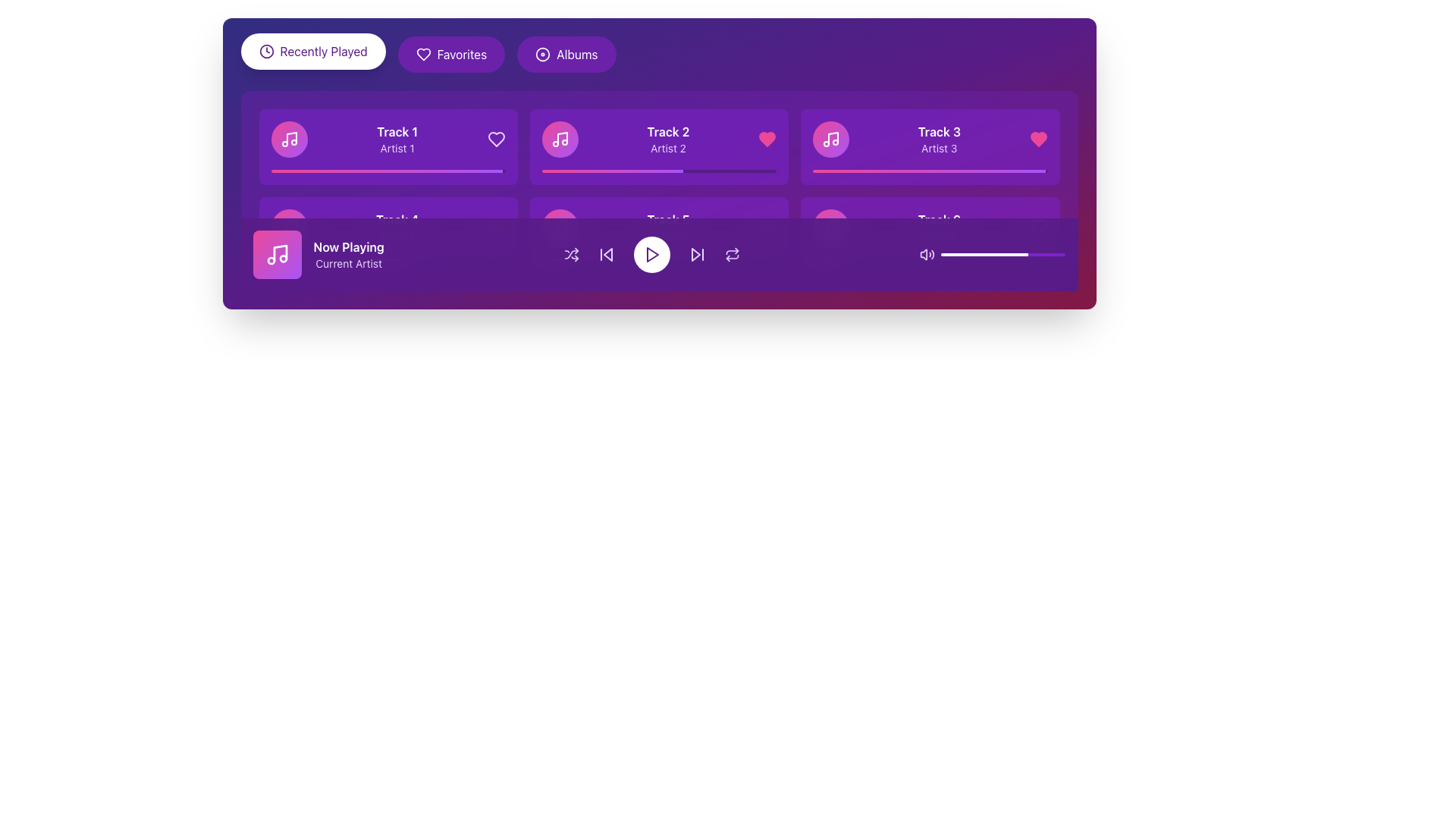  Describe the element at coordinates (659, 140) in the screenshot. I see `the track title 'Track 2' in the List Item element` at that location.